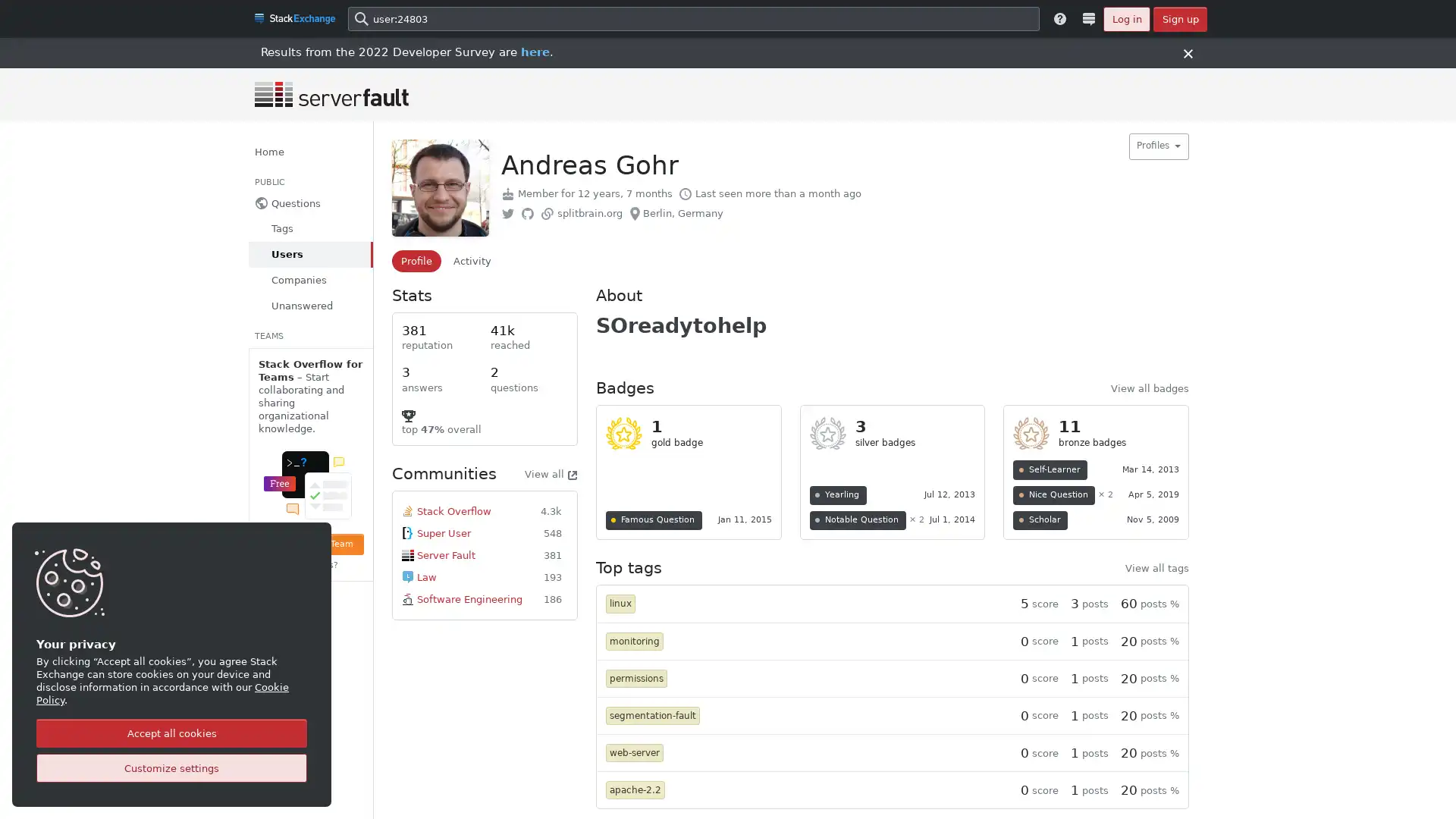  Describe the element at coordinates (171, 733) in the screenshot. I see `Accept all cookies` at that location.